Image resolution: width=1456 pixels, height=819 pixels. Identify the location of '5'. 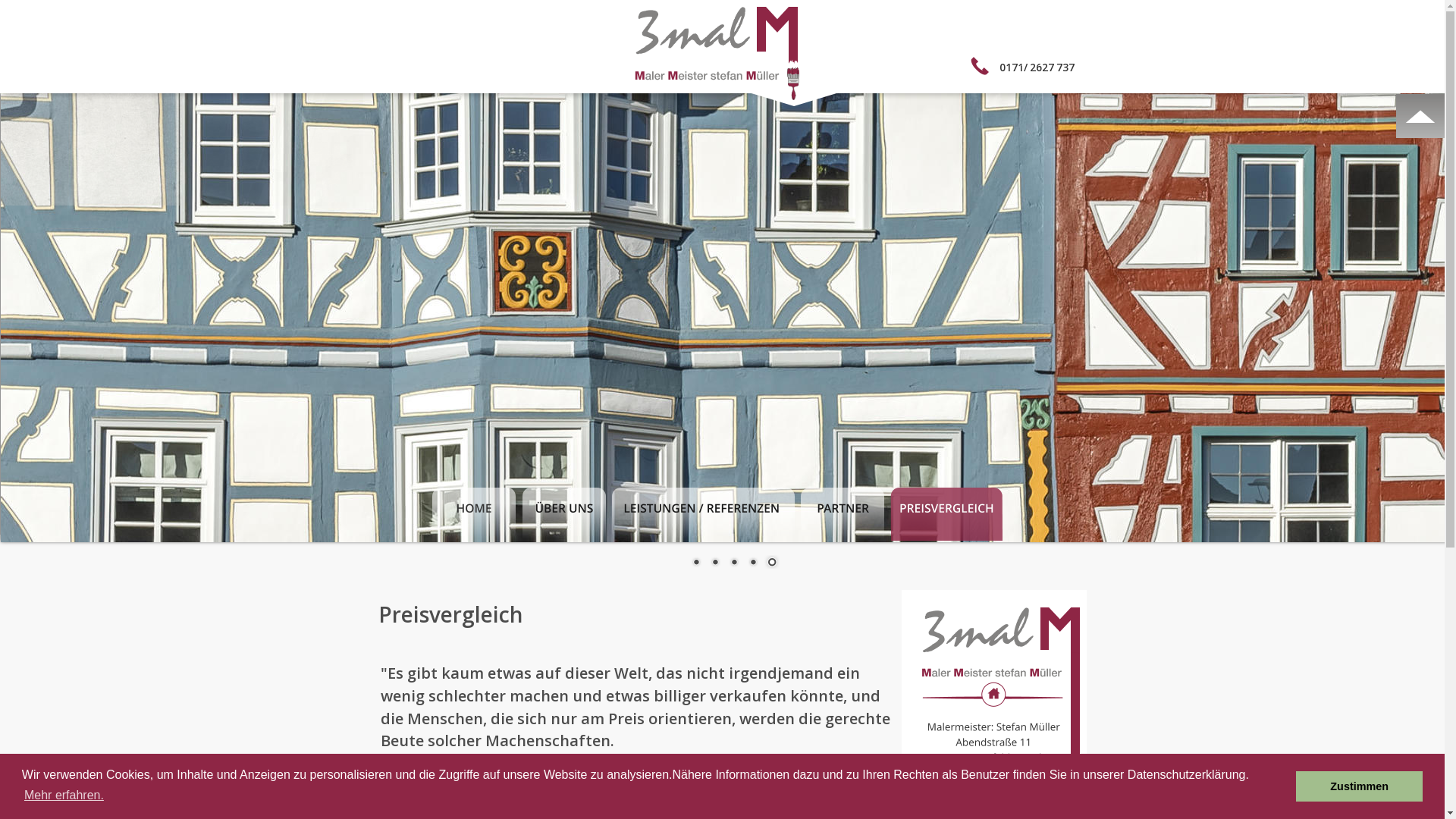
(771, 563).